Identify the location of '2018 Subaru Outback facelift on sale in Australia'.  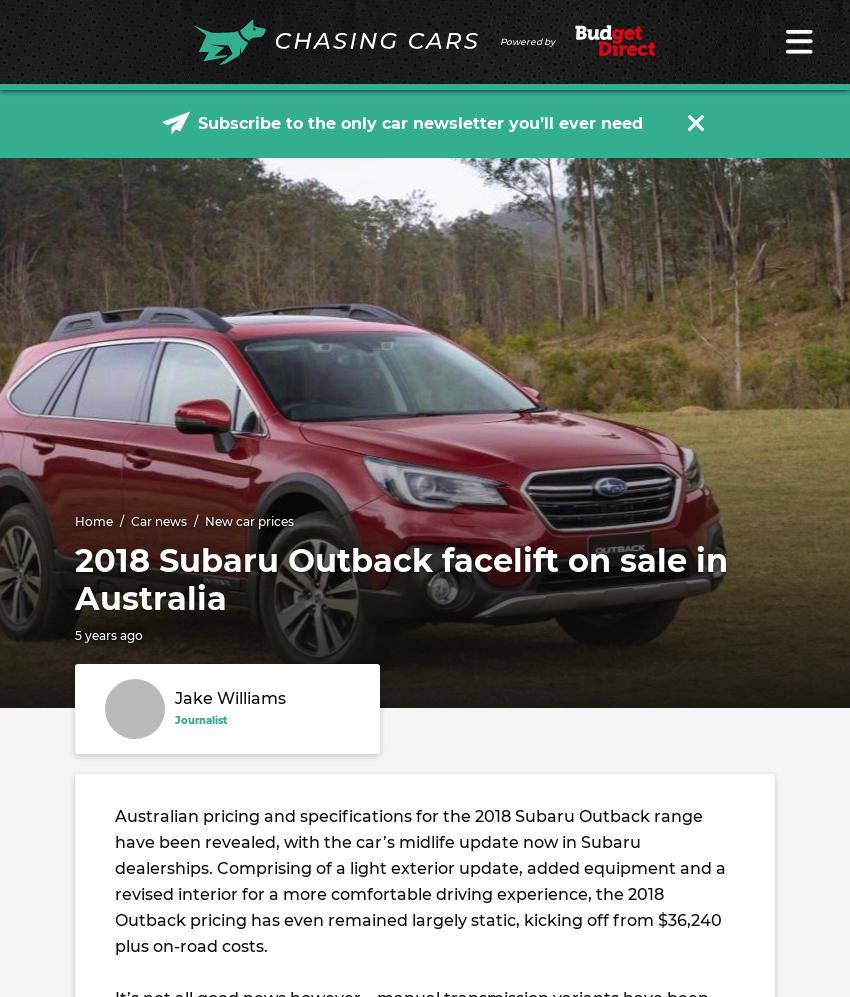
(401, 578).